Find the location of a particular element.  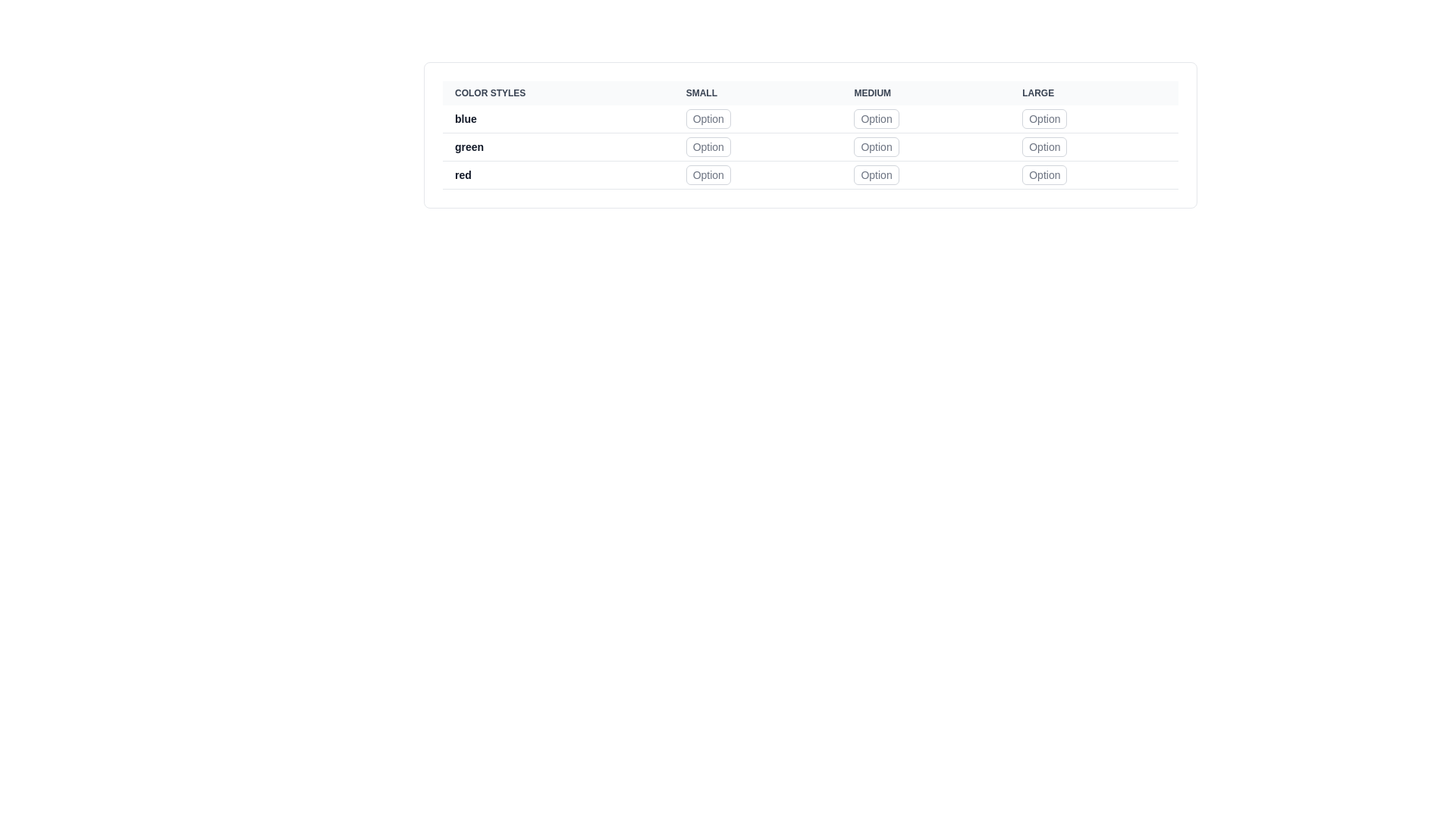

the 'red' color category label in the third row of the table, which is located to the left of the 'Option' buttons is located at coordinates (557, 174).